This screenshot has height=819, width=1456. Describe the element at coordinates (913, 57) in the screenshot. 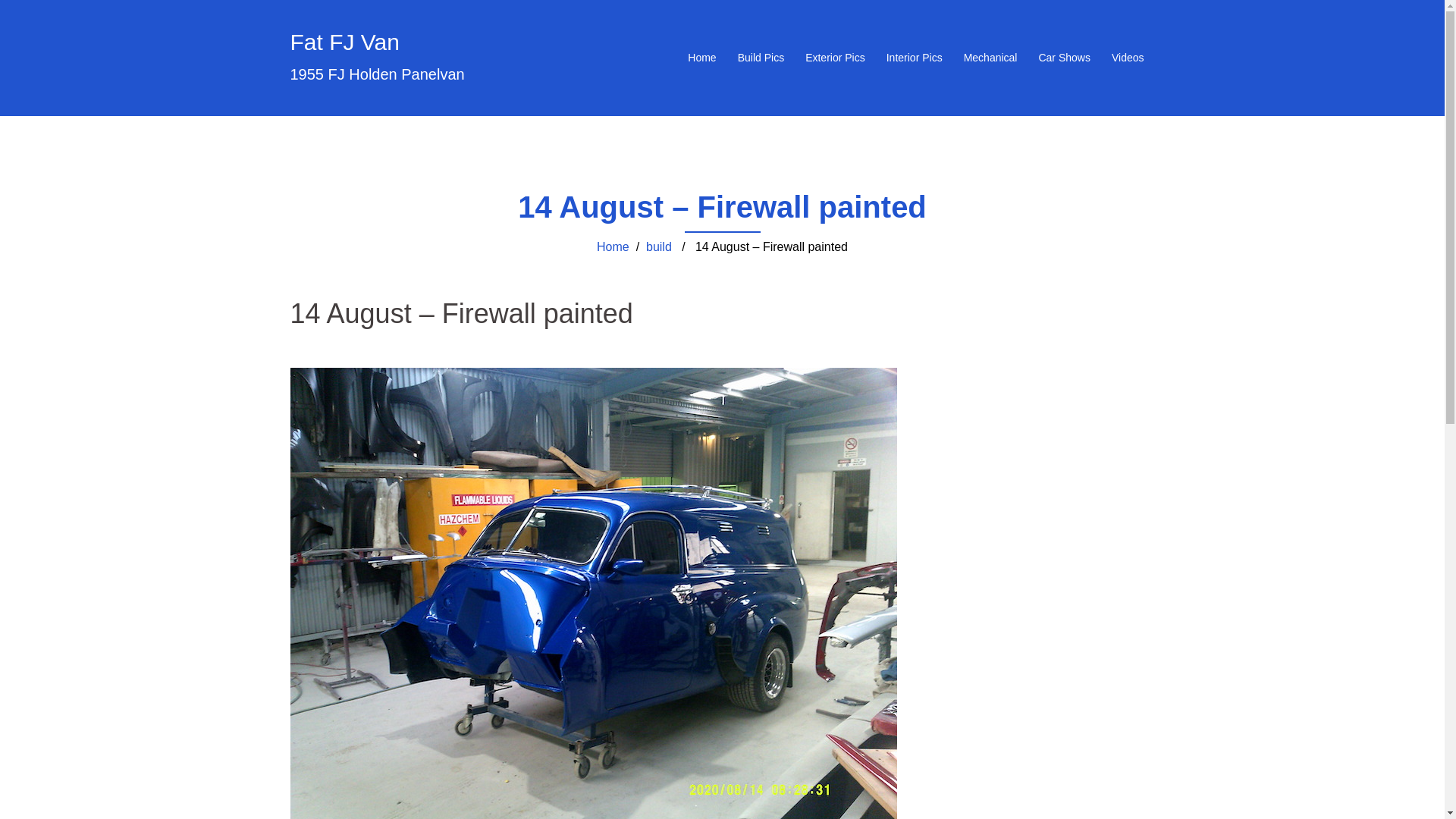

I see `'Interior Pics'` at that location.